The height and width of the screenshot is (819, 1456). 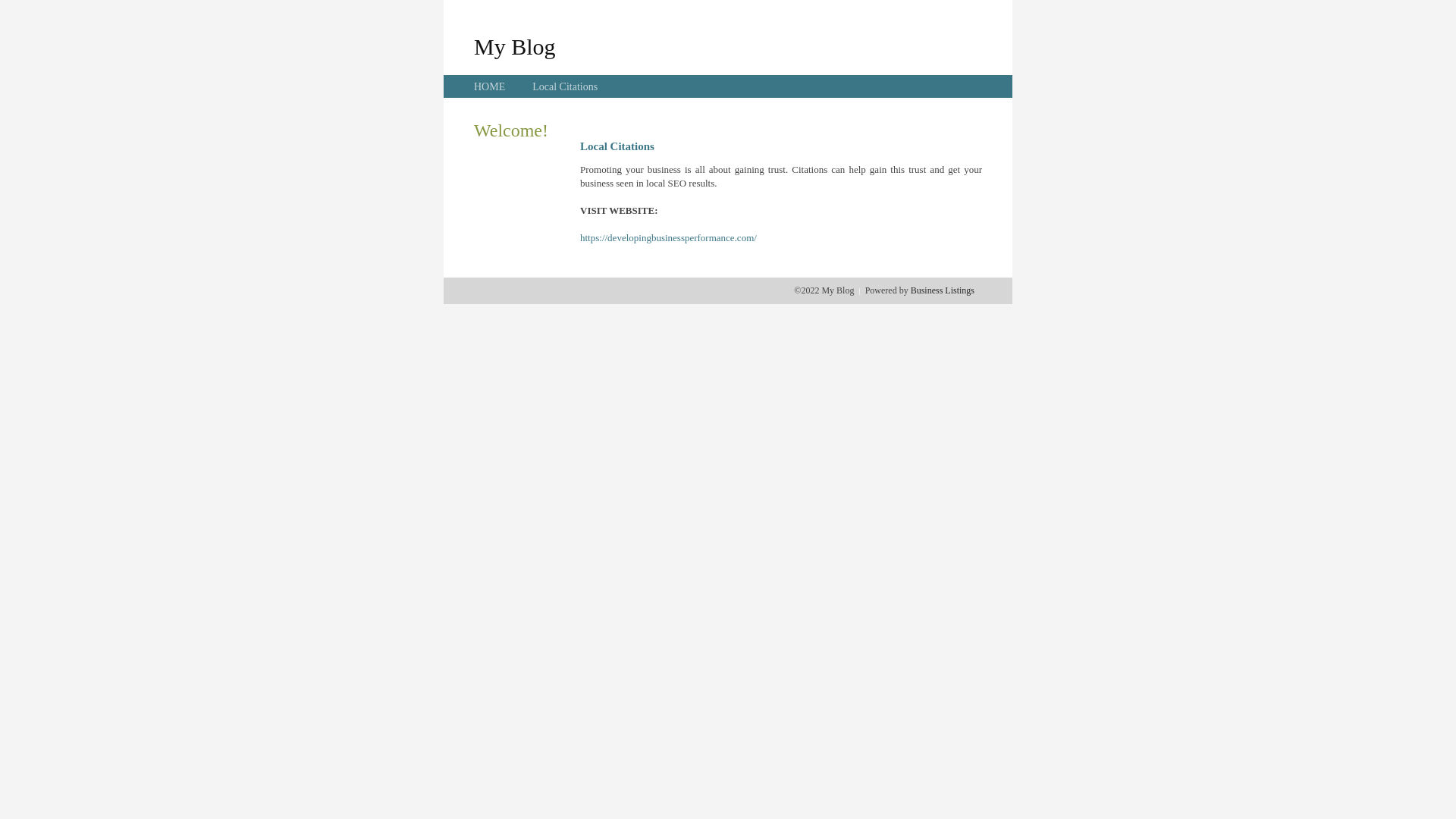 I want to click on 'HOME', so click(x=489, y=86).